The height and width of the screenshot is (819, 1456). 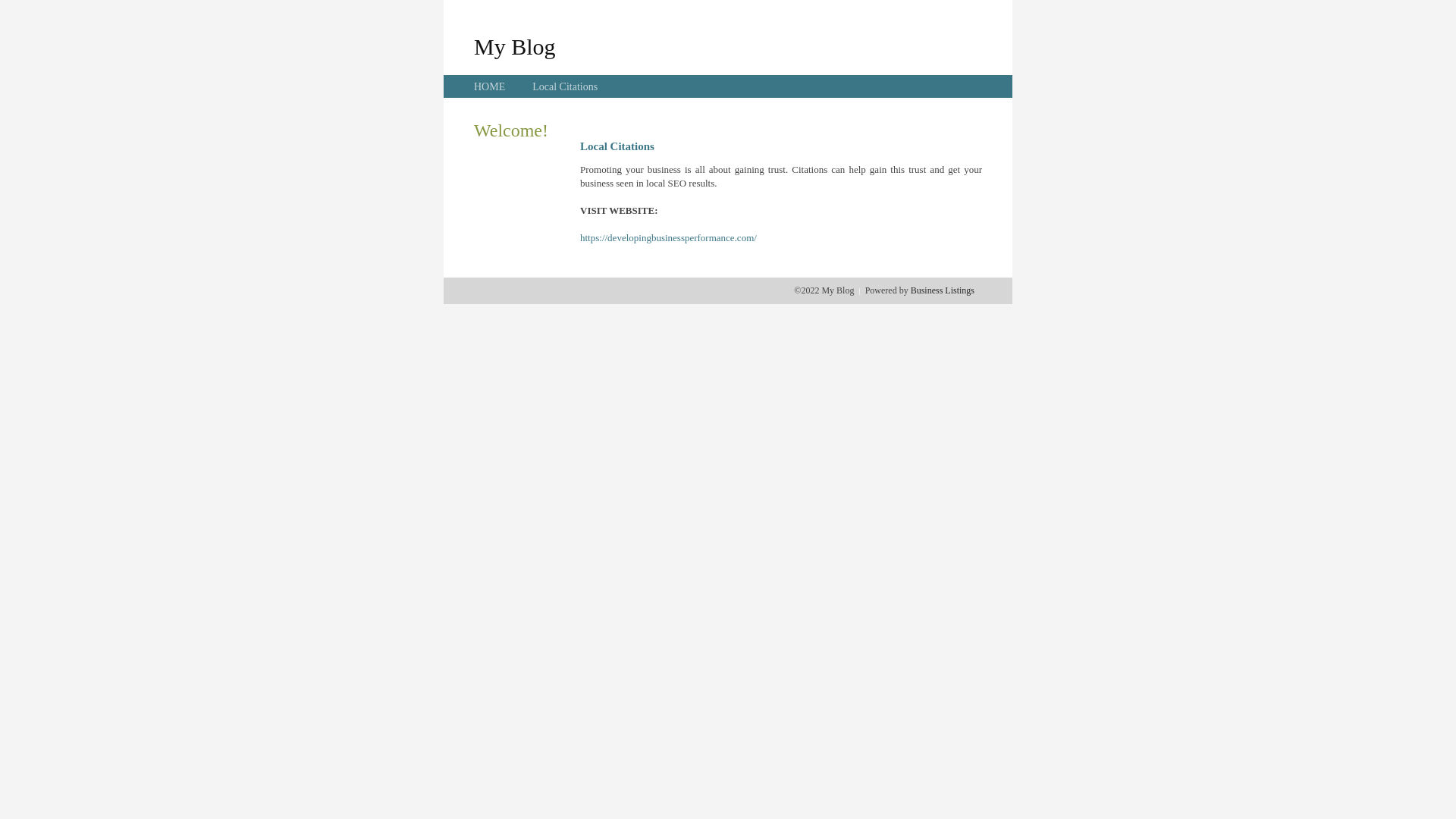 I want to click on 'HOME', so click(x=489, y=86).